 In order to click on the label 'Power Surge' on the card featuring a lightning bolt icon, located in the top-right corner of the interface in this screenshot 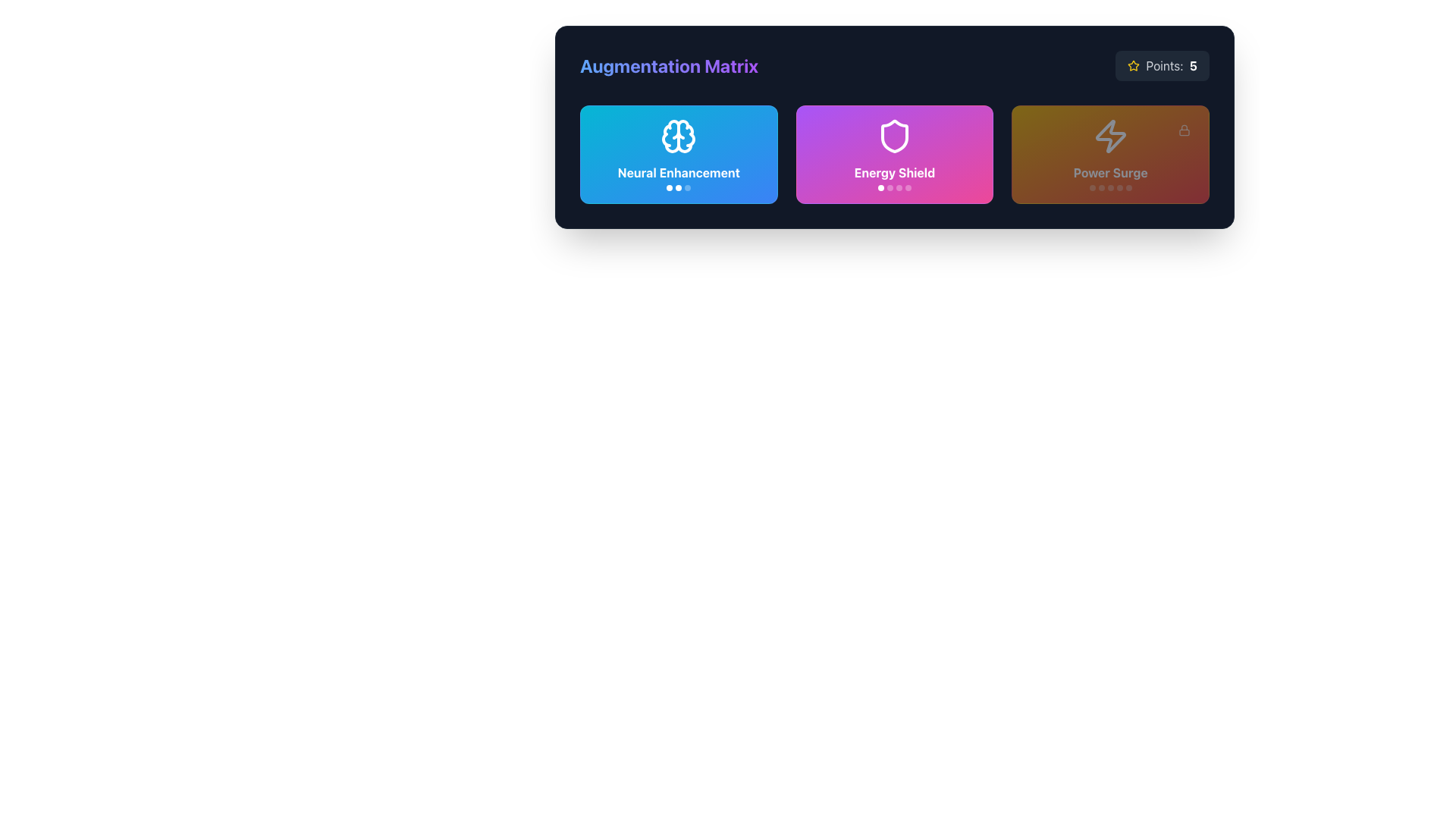, I will do `click(1110, 155)`.